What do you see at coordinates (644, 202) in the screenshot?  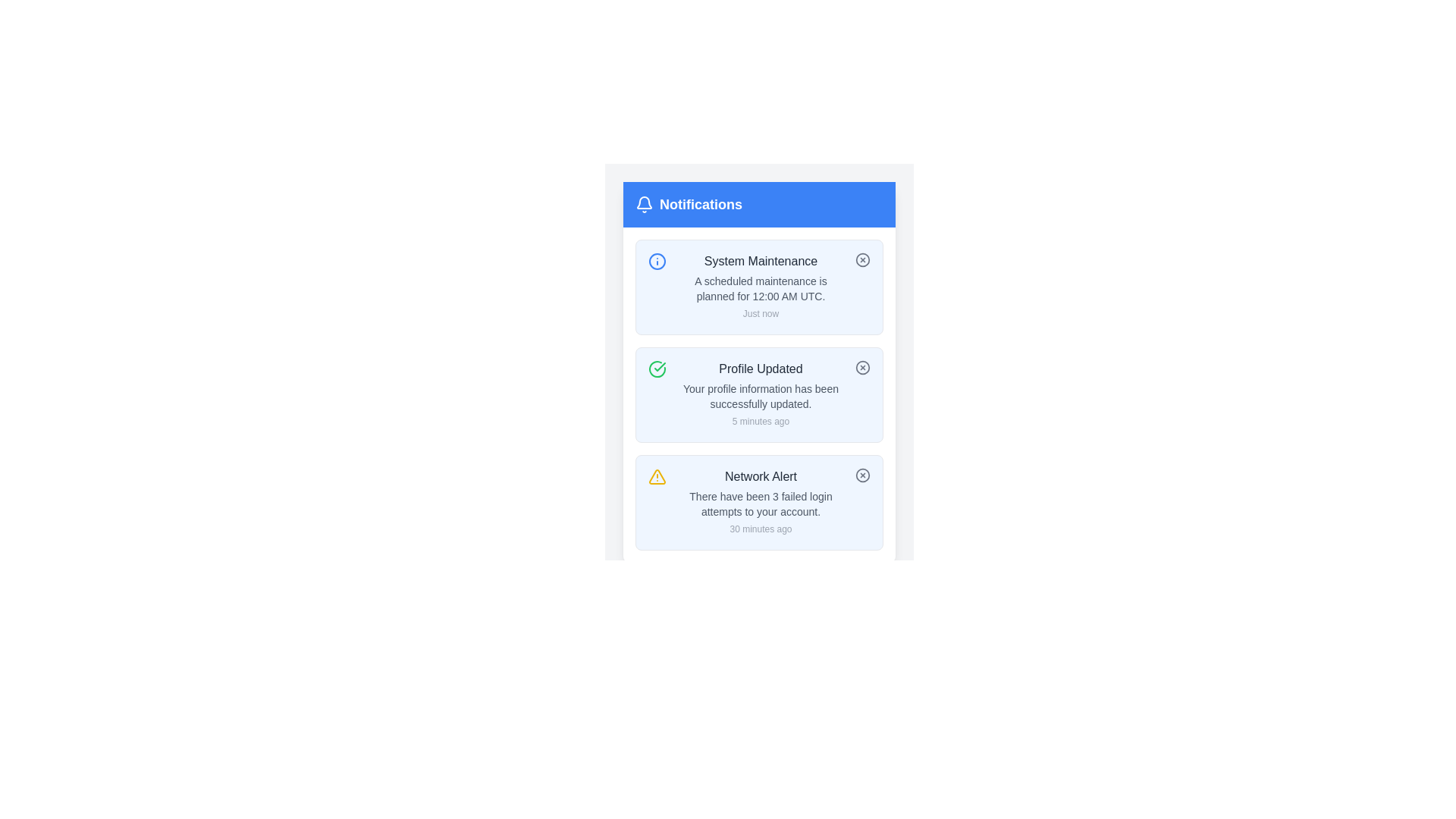 I see `the bell icon designed to symbolize notifications, which is located in the notification header section at the top bar` at bounding box center [644, 202].